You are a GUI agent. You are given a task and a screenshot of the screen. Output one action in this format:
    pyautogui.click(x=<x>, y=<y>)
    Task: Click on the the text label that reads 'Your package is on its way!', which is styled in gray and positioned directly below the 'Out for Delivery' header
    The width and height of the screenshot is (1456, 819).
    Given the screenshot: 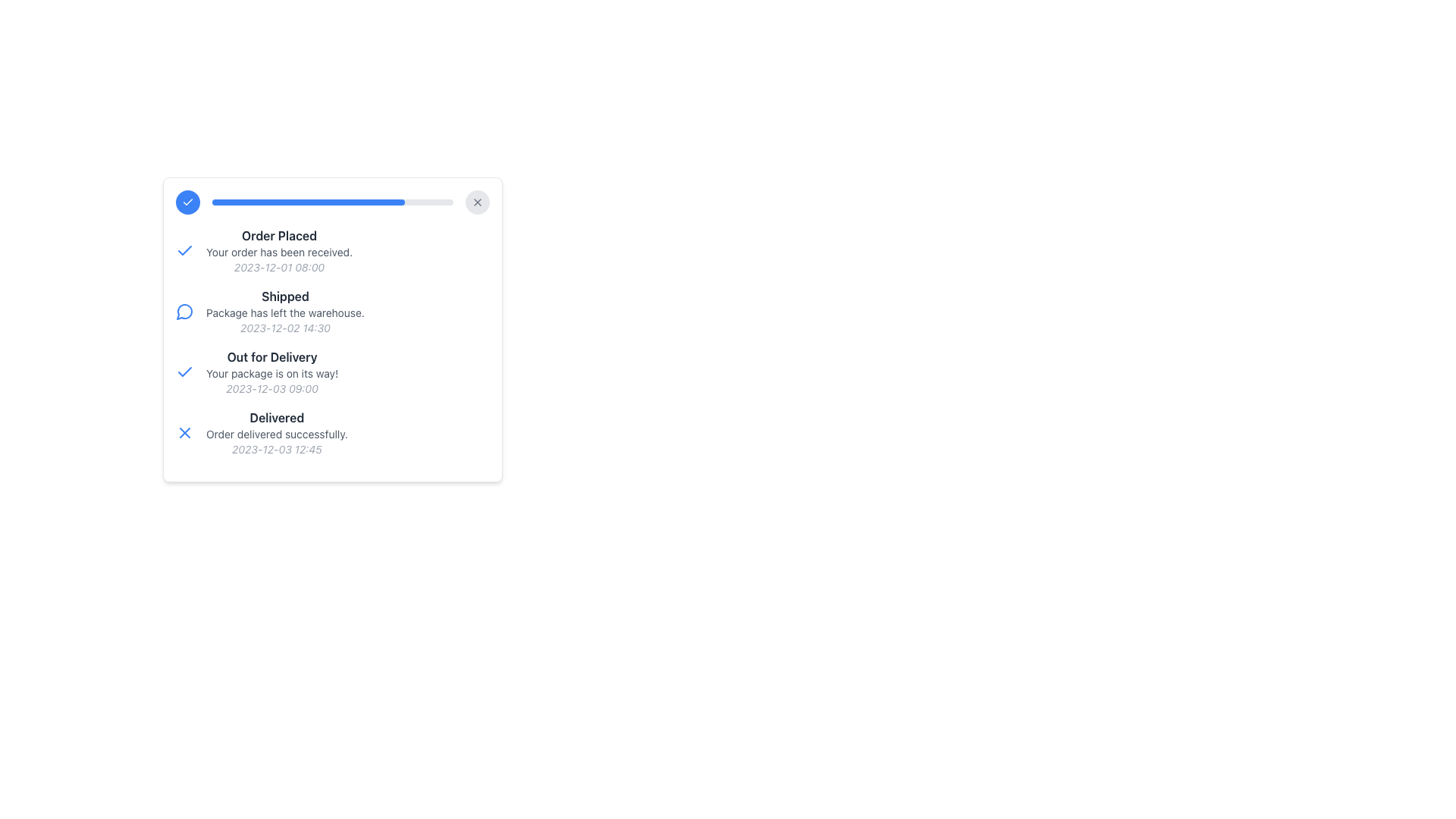 What is the action you would take?
    pyautogui.click(x=272, y=374)
    